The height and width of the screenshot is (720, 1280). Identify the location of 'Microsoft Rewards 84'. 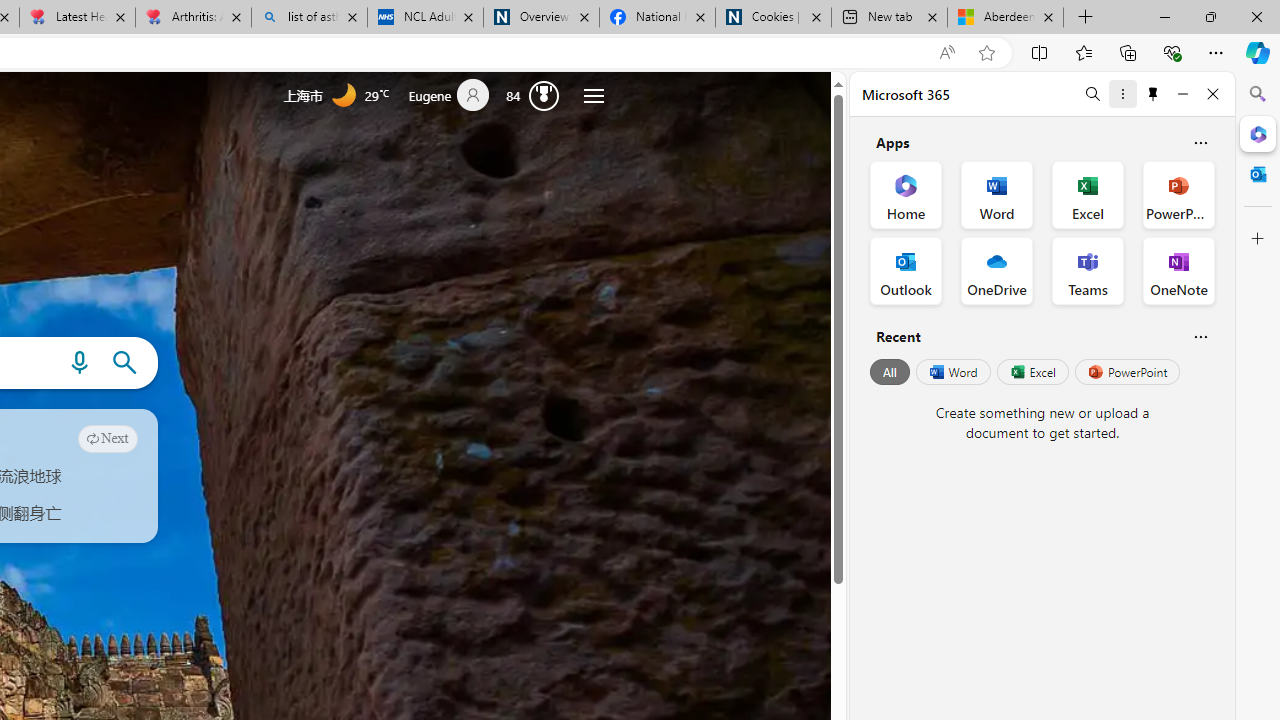
(537, 95).